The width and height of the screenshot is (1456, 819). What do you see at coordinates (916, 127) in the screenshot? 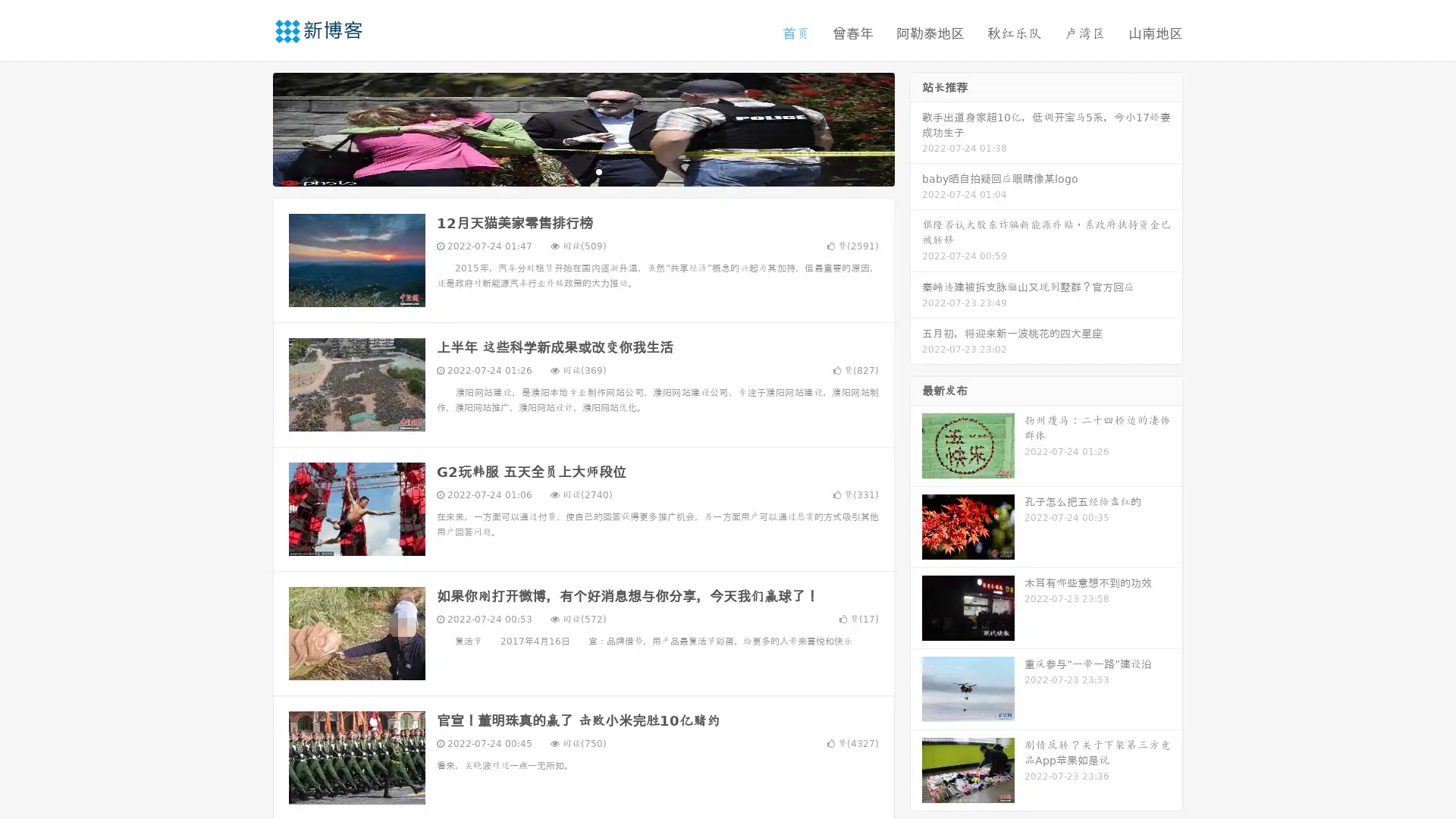
I see `Next slide` at bounding box center [916, 127].